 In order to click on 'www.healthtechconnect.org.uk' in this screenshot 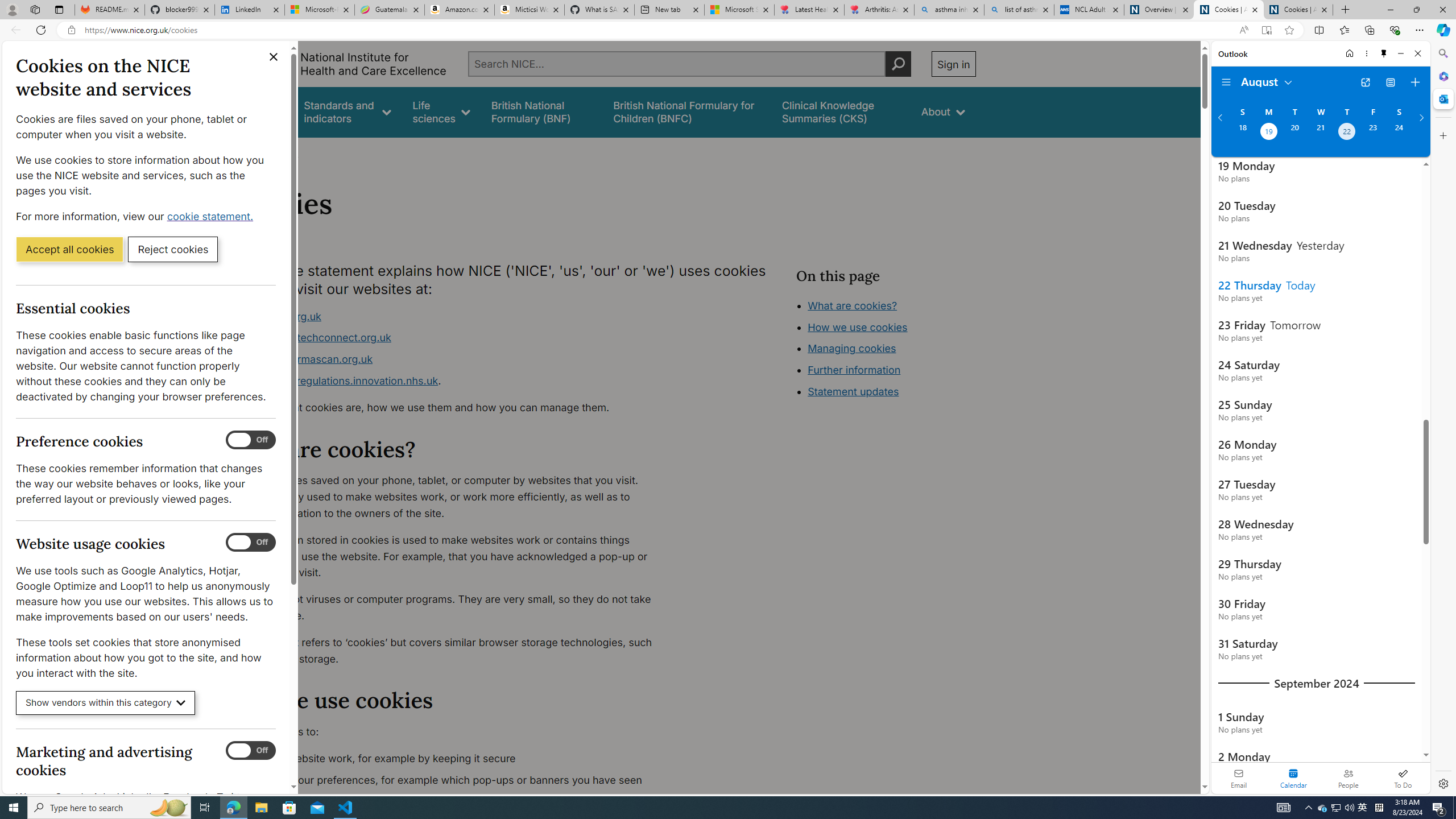, I will do `click(315, 337)`.